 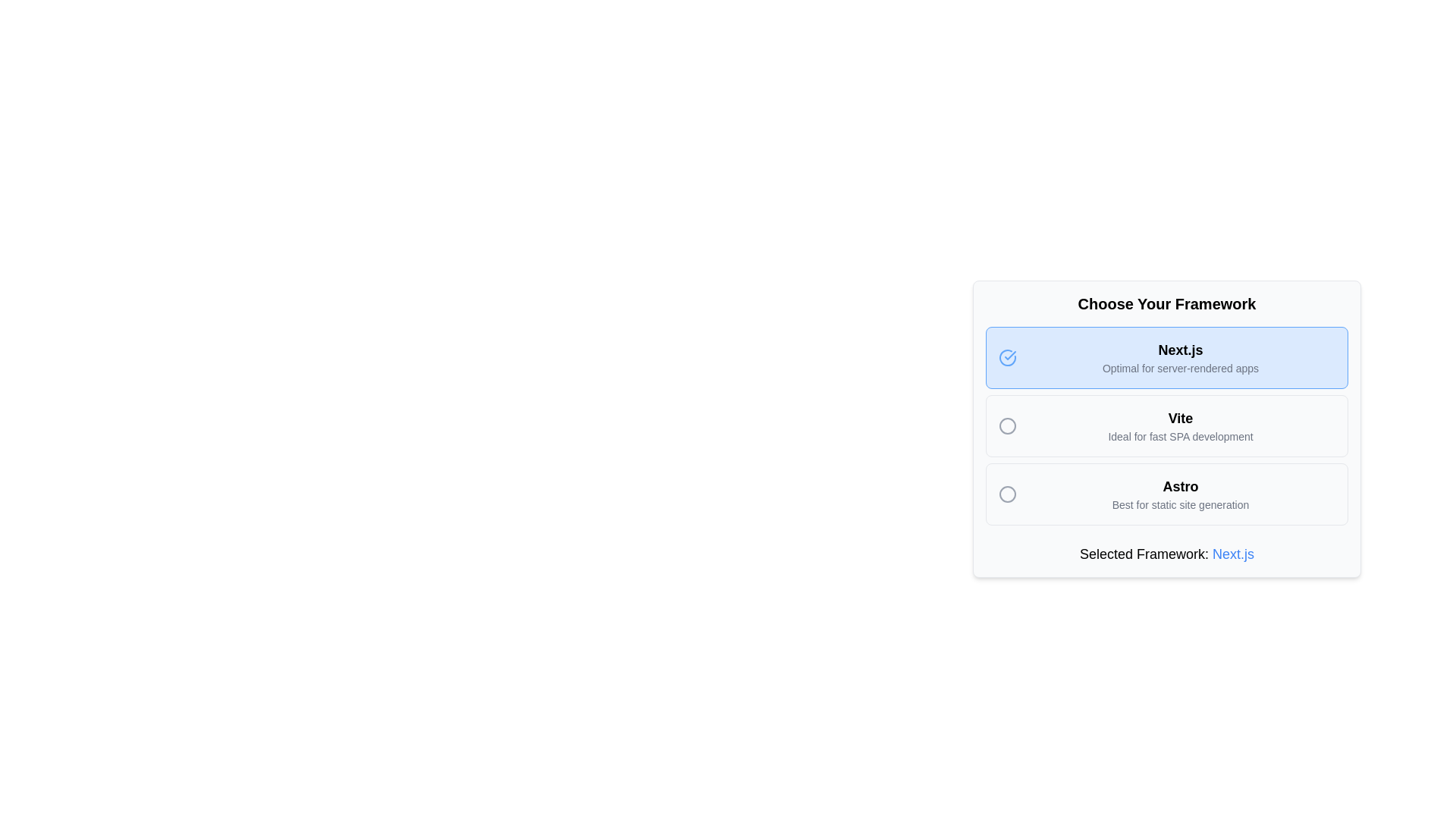 What do you see at coordinates (1179, 357) in the screenshot?
I see `the Text Display element titled 'Next.js' with a subtitle describing its optimal use for server-rendered apps, which is centrally placed within the highlighted blue box in the 'Choose Your Framework' selection list` at bounding box center [1179, 357].